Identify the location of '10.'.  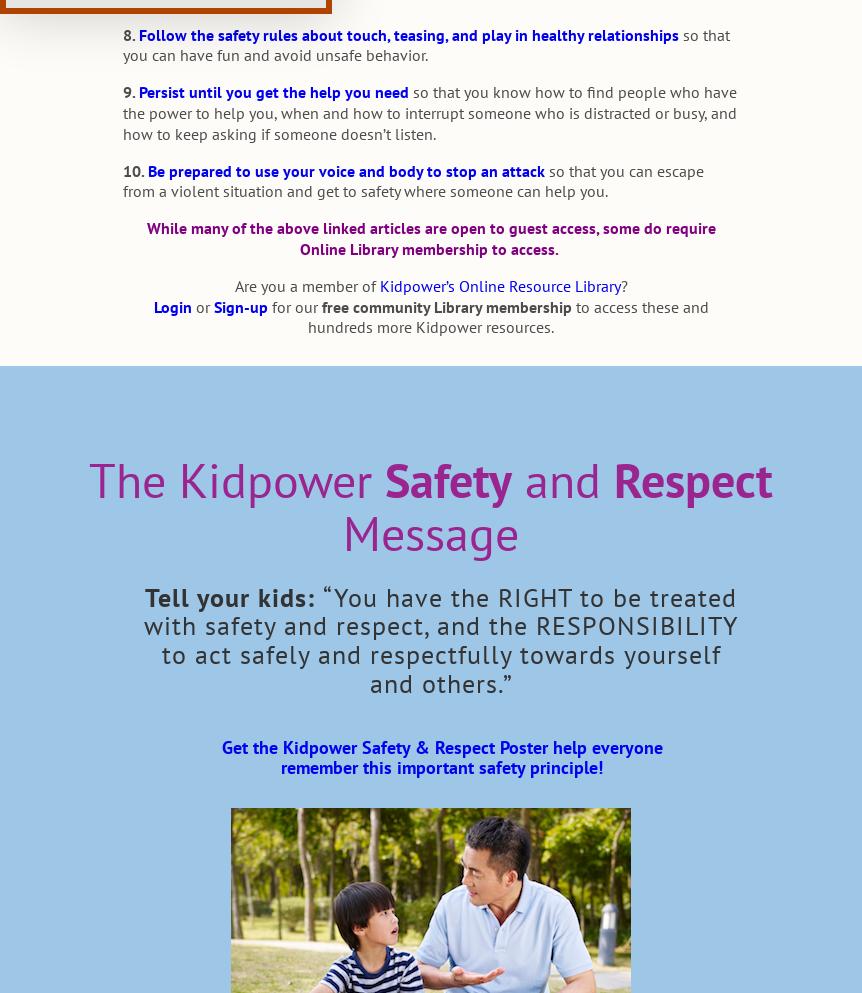
(131, 169).